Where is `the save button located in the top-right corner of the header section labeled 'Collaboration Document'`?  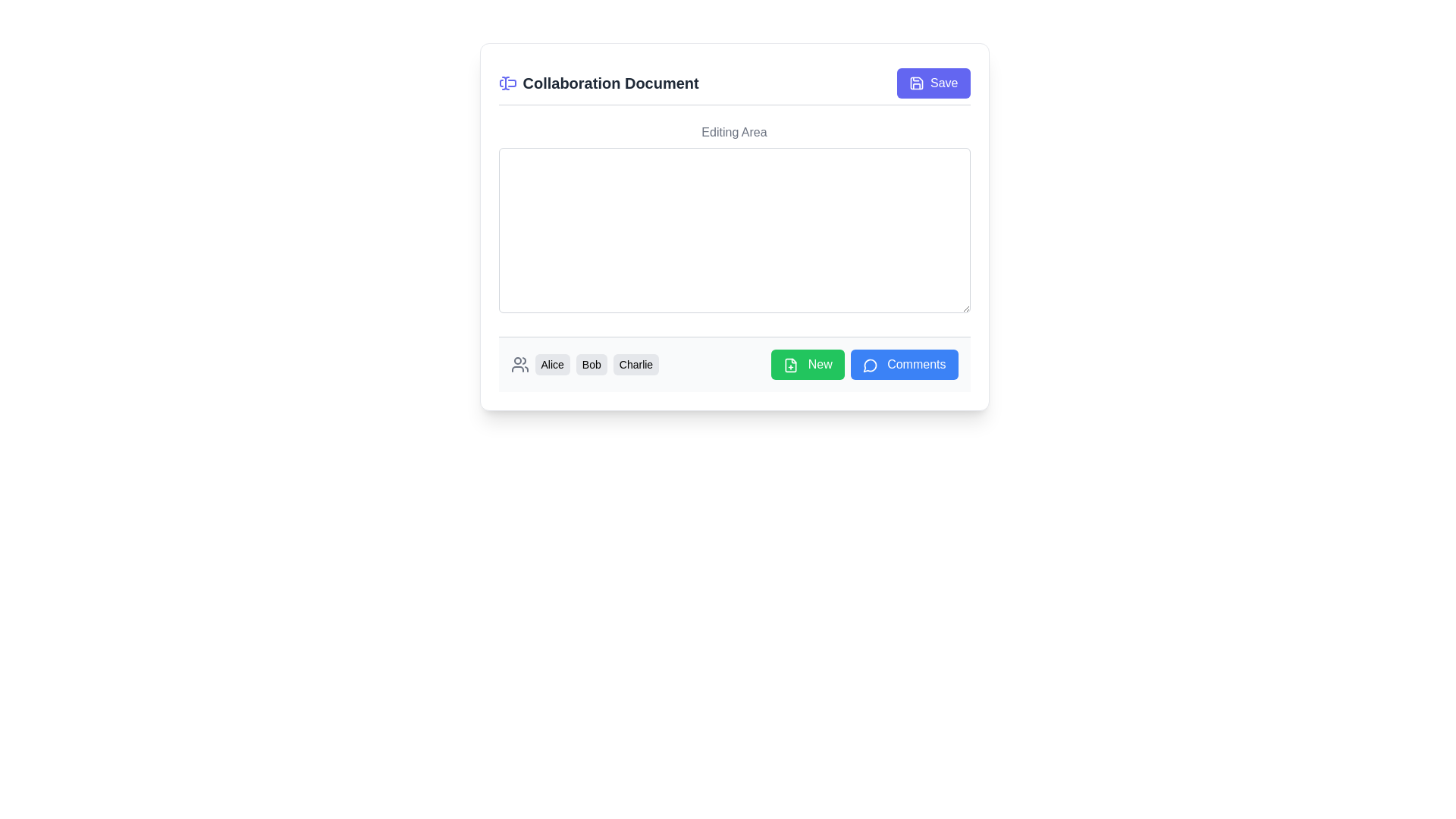 the save button located in the top-right corner of the header section labeled 'Collaboration Document' is located at coordinates (932, 83).